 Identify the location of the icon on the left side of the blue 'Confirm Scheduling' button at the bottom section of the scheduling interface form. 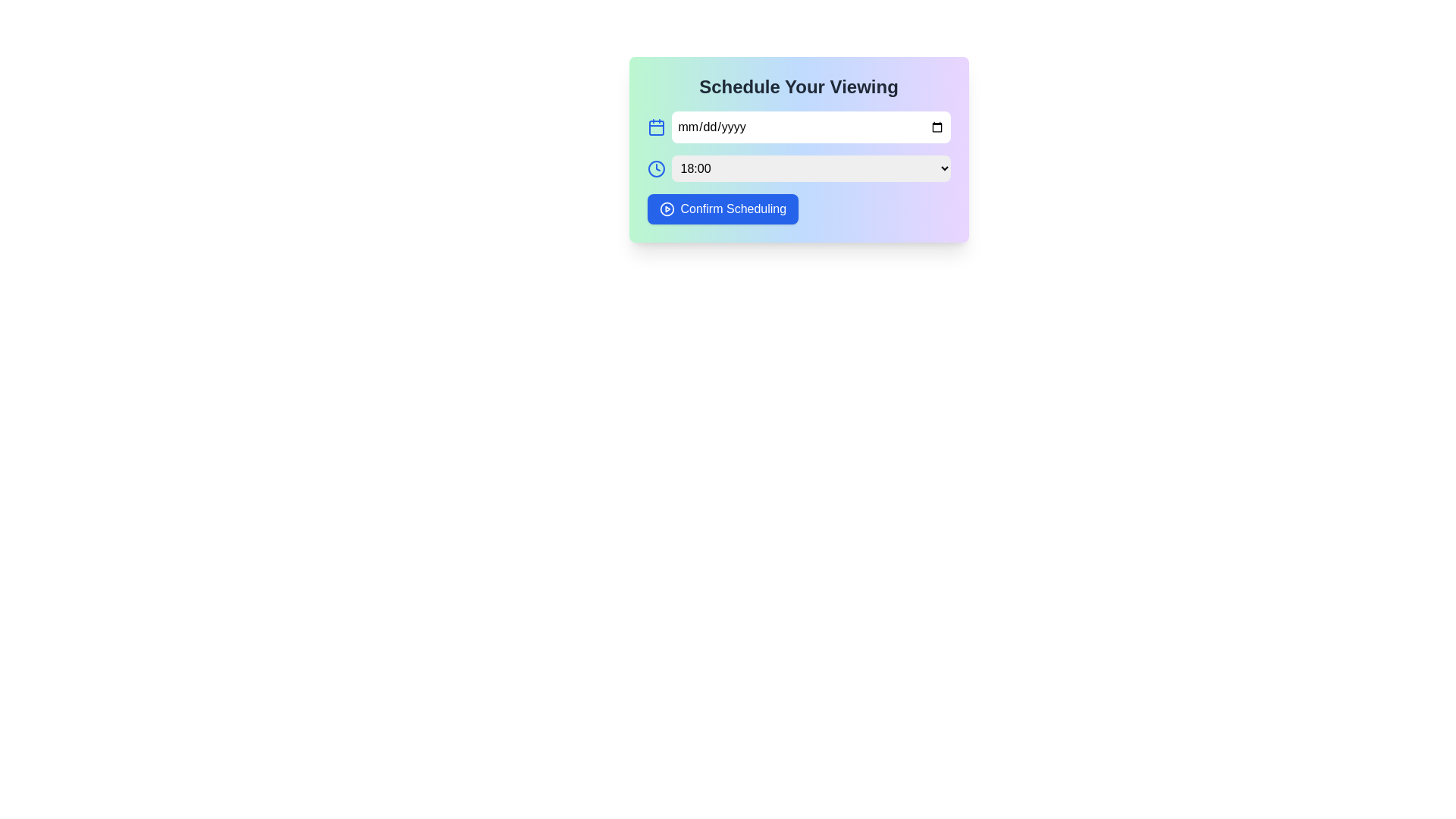
(667, 209).